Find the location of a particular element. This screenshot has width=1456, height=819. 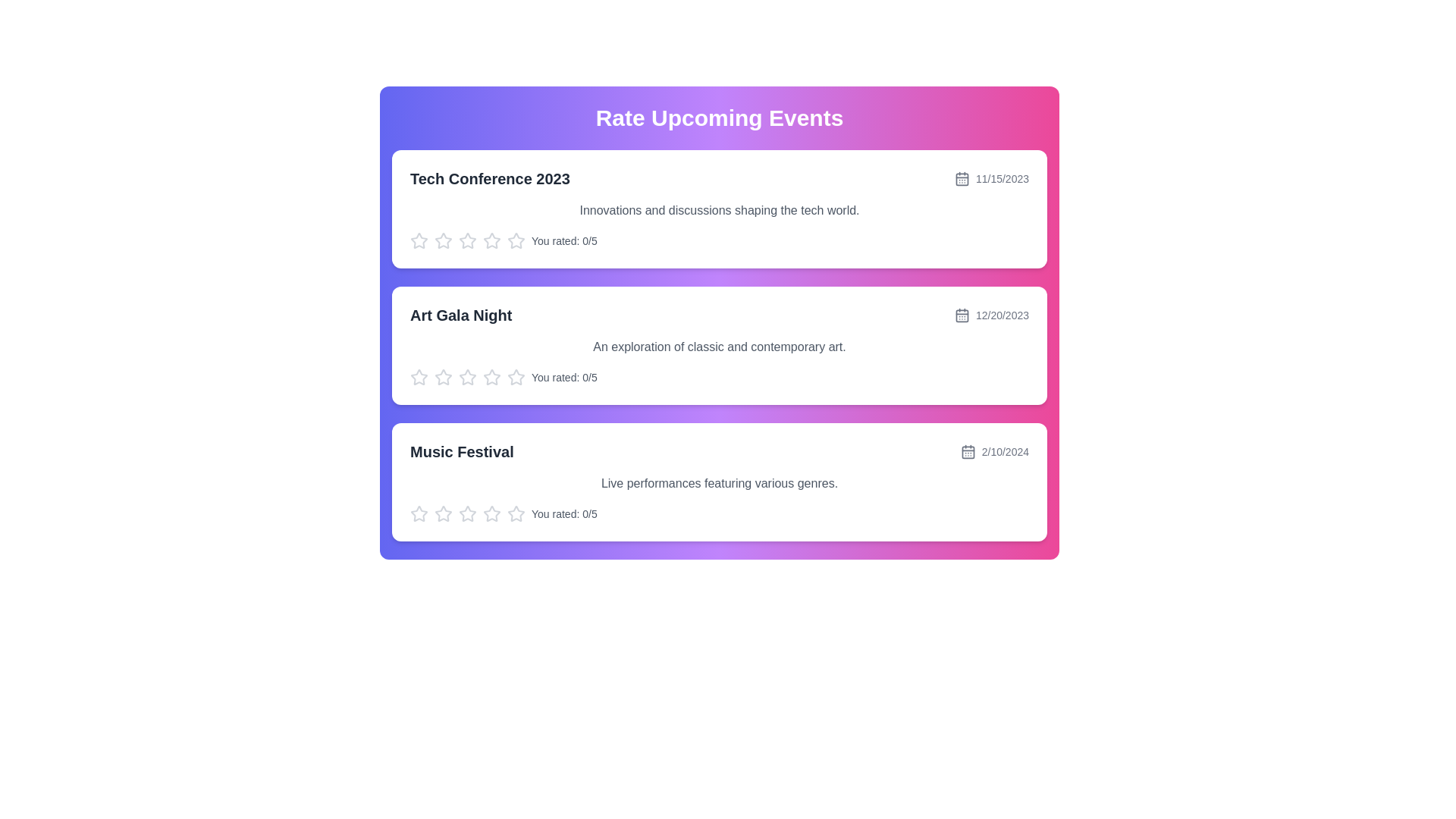

the third star from the left in the horizontal row of five stars for the 'Tech Conference 2023' event to enable accessibility interactions is located at coordinates (443, 240).